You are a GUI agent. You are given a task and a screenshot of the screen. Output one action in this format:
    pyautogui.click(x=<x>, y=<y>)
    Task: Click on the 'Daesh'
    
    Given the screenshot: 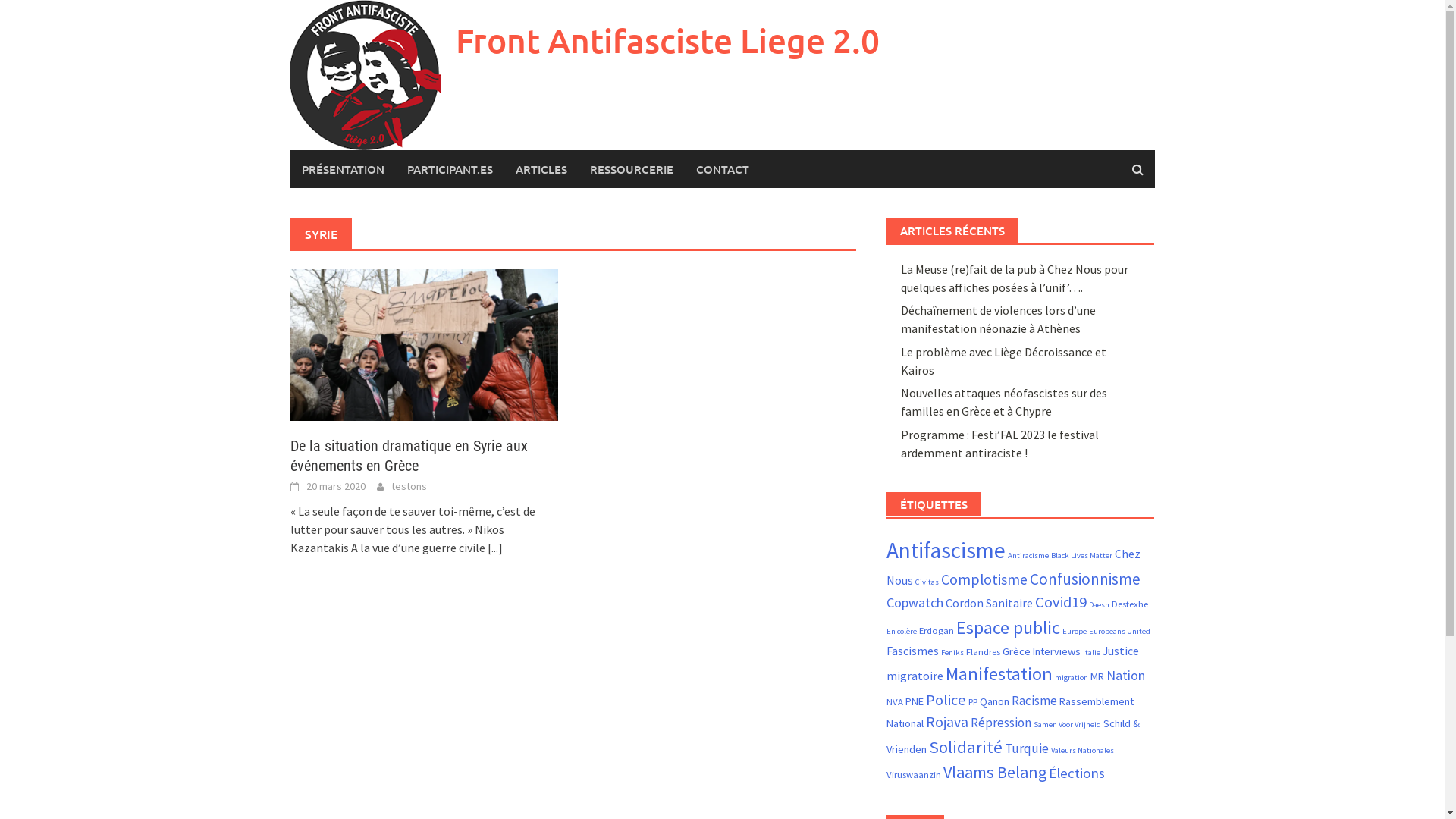 What is the action you would take?
    pyautogui.click(x=1099, y=604)
    